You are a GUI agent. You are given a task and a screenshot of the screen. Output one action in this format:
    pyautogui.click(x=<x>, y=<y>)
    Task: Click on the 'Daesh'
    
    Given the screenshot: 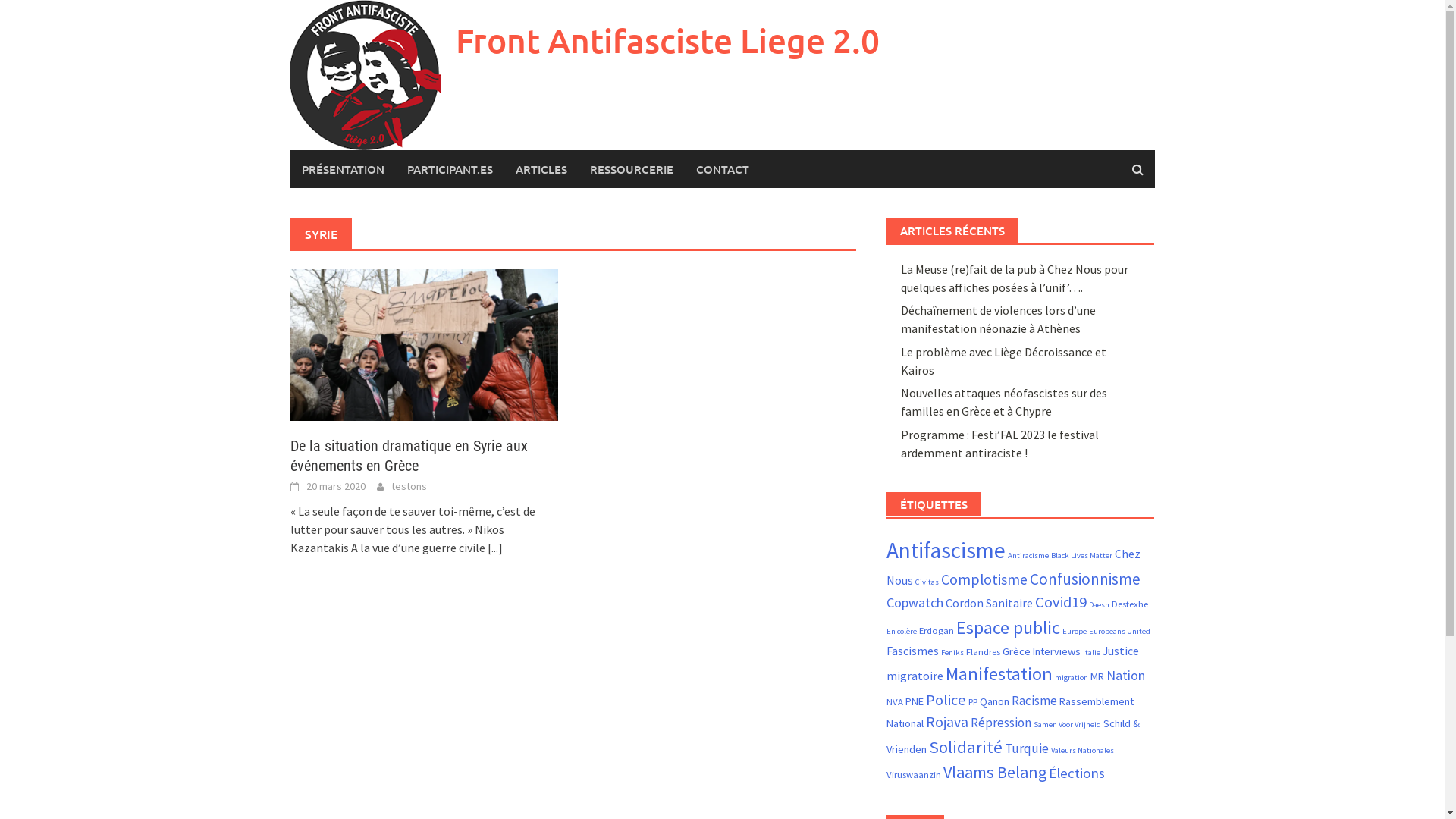 What is the action you would take?
    pyautogui.click(x=1099, y=604)
    